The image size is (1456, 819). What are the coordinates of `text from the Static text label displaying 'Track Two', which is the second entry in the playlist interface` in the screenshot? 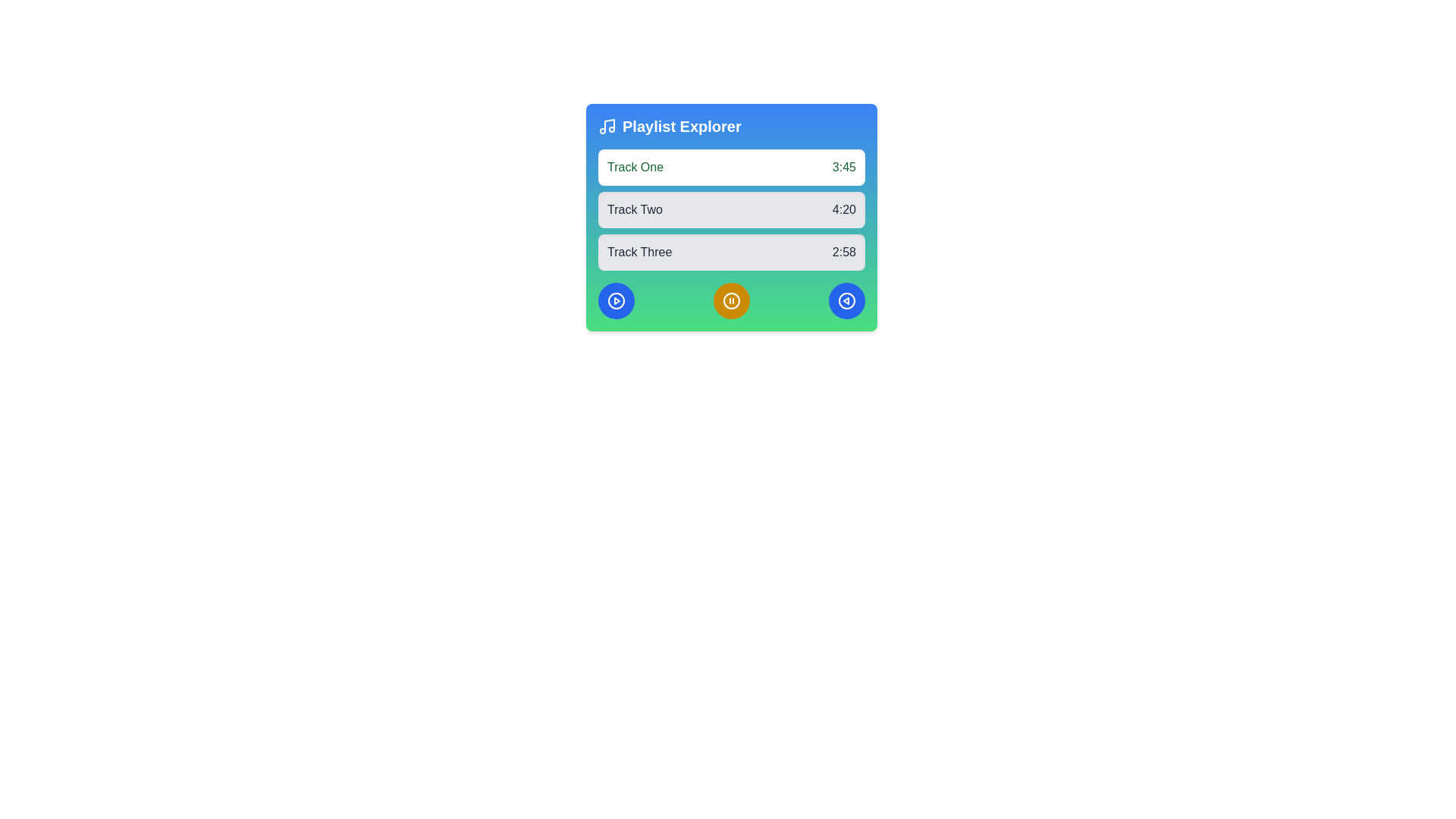 It's located at (635, 210).